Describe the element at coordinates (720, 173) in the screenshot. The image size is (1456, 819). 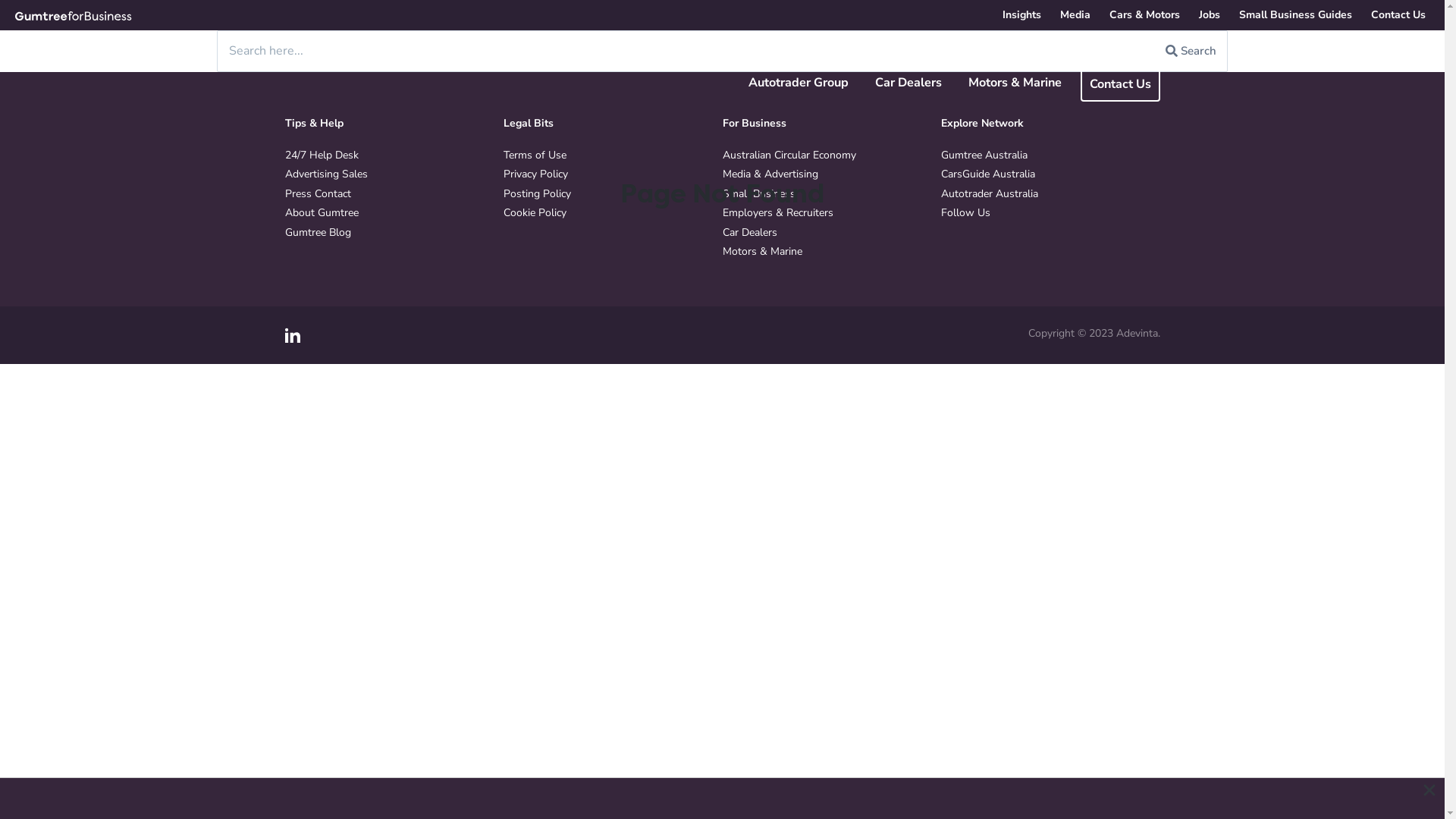
I see `'Media & Advertising'` at that location.